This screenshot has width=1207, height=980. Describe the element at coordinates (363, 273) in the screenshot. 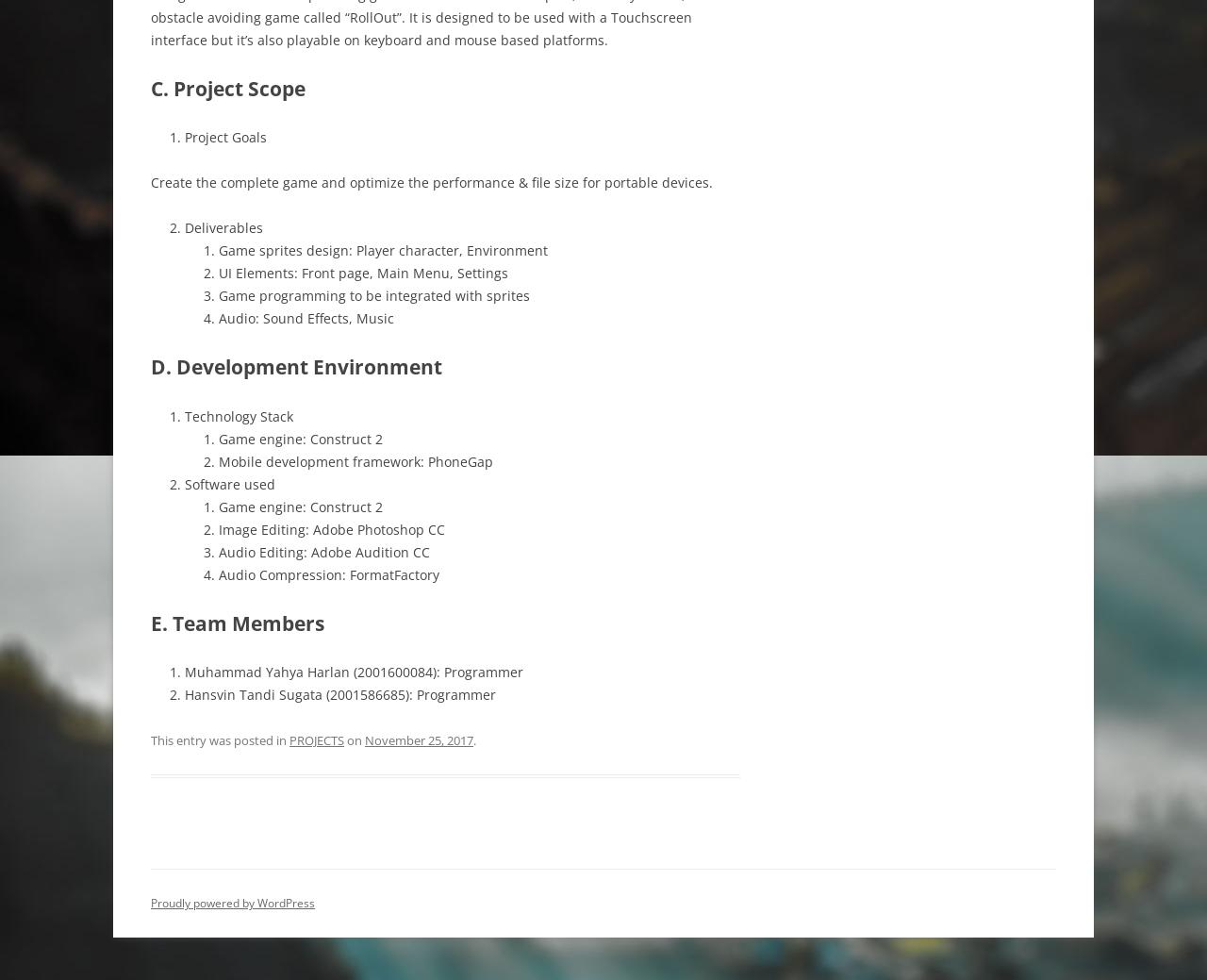

I see `'UI Elements: Front page, Main Menu, Settings'` at that location.